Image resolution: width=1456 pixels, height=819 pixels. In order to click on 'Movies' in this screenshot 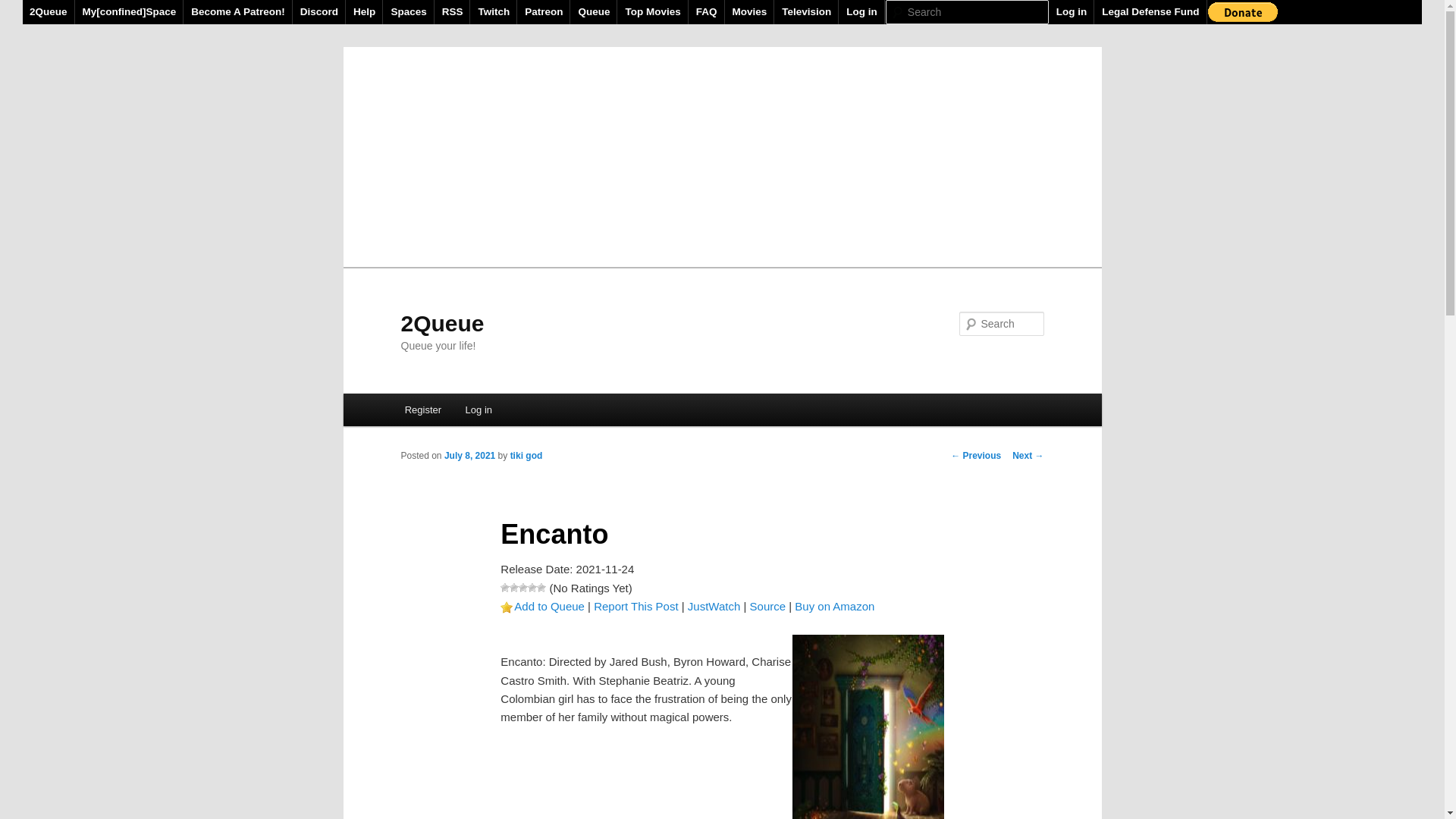, I will do `click(749, 11)`.